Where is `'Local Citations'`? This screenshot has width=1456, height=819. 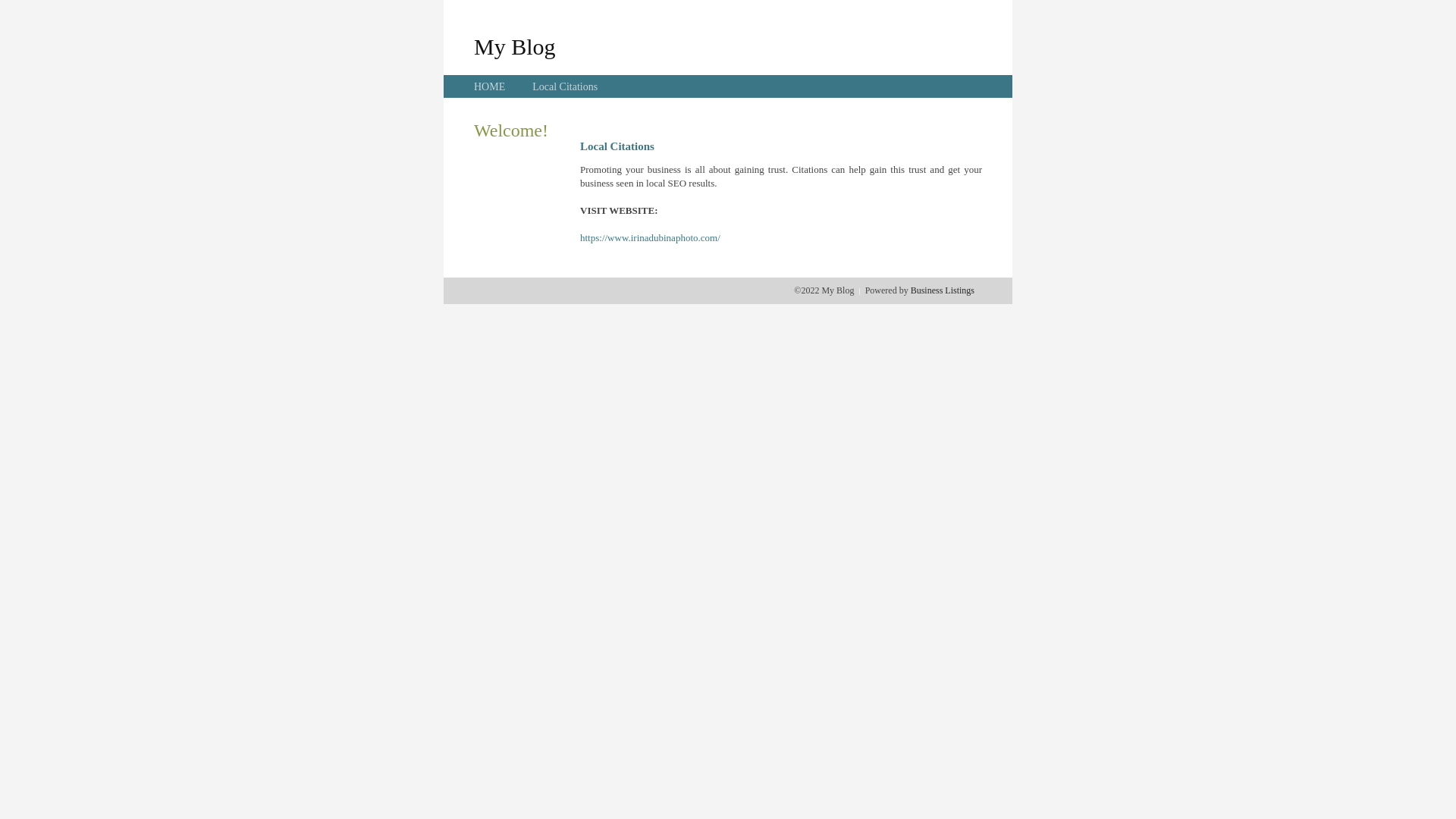 'Local Citations' is located at coordinates (563, 86).